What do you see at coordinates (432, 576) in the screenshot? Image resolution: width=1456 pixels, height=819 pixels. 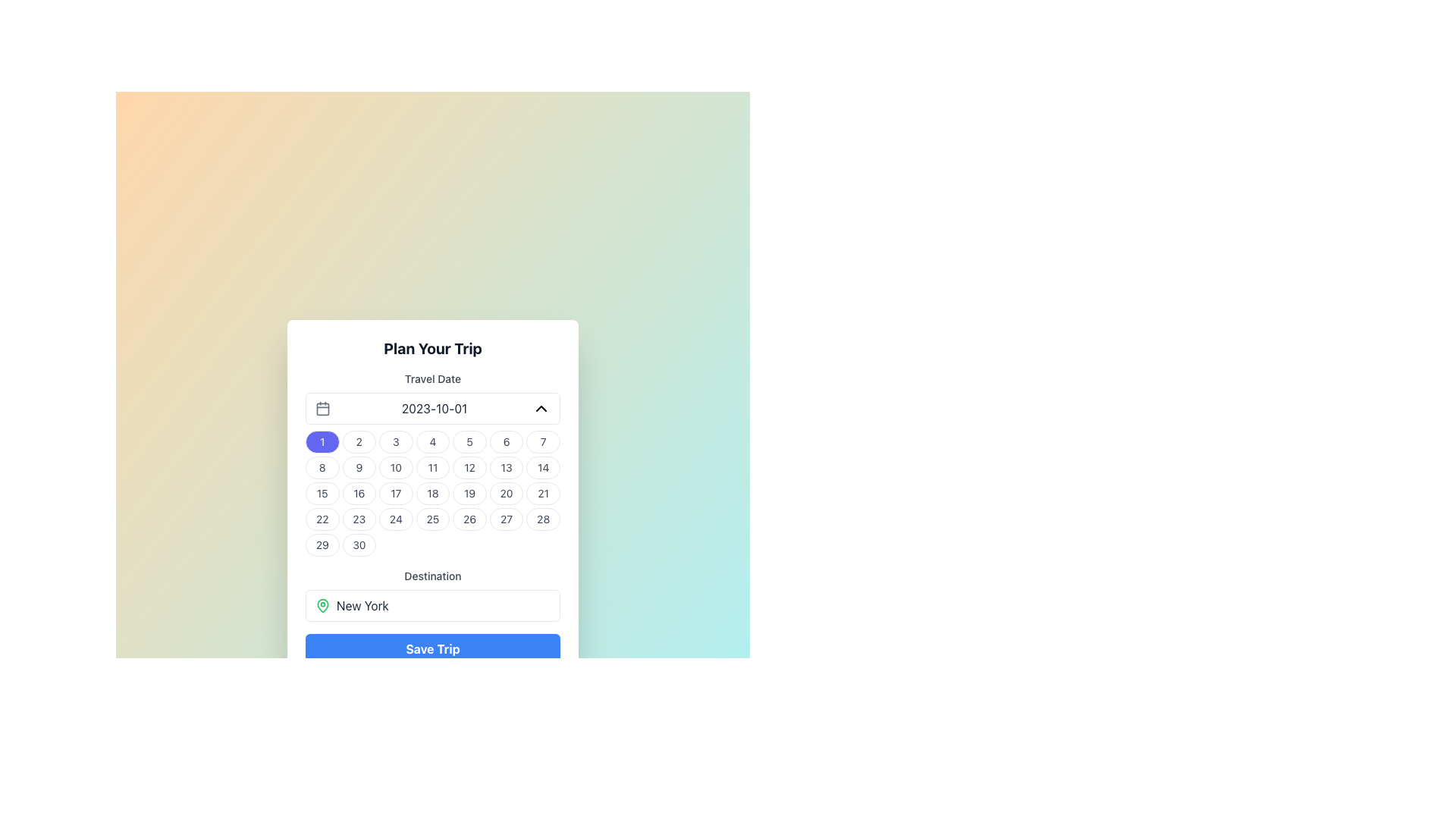 I see `the 'Destination' text label that is styled with a medium-weight gray font, which serves as a descriptor for the destination input field below it` at bounding box center [432, 576].